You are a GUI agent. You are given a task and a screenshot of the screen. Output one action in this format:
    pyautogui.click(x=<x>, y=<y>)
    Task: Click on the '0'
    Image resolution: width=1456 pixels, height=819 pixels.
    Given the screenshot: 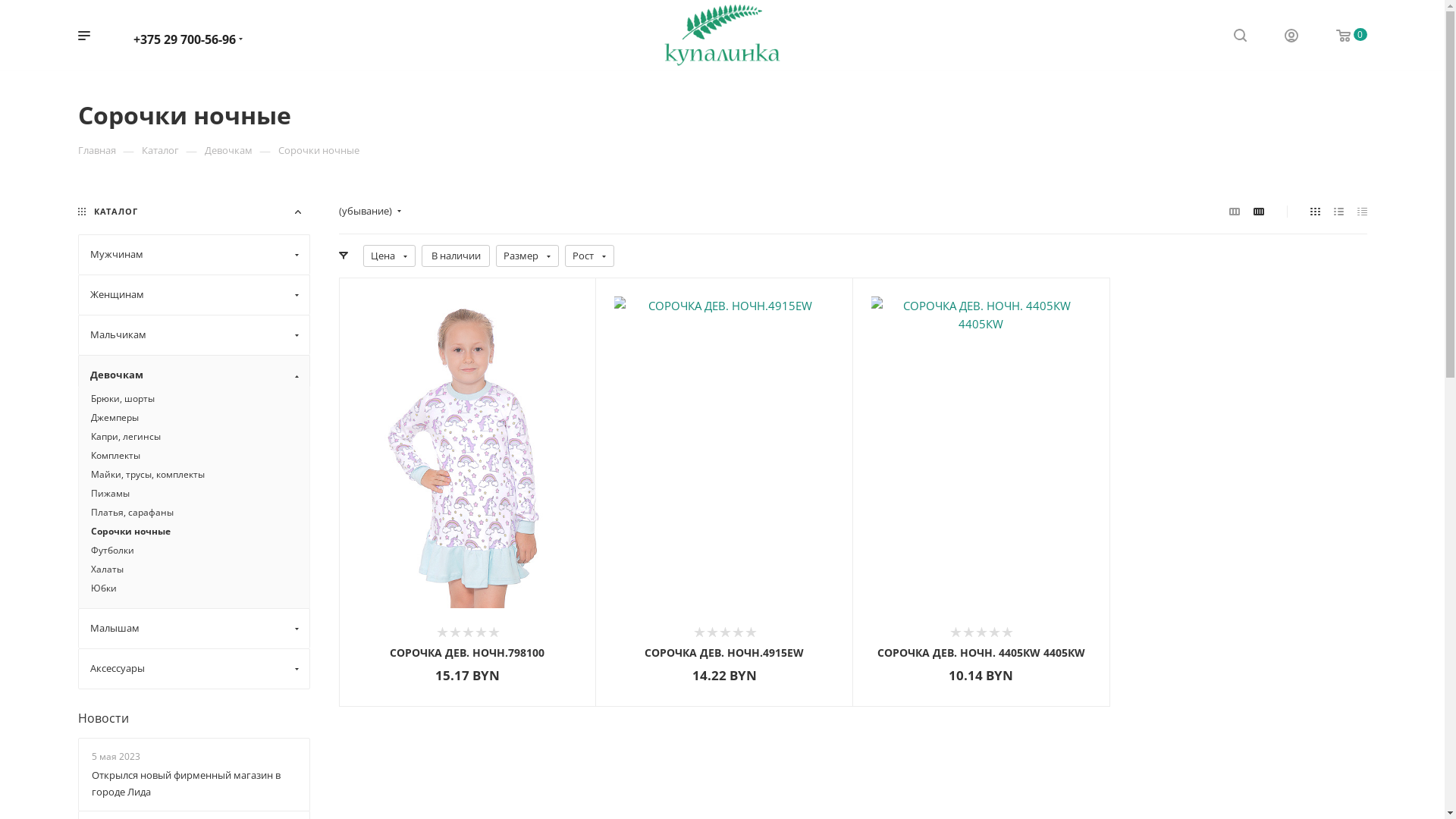 What is the action you would take?
    pyautogui.click(x=1340, y=35)
    